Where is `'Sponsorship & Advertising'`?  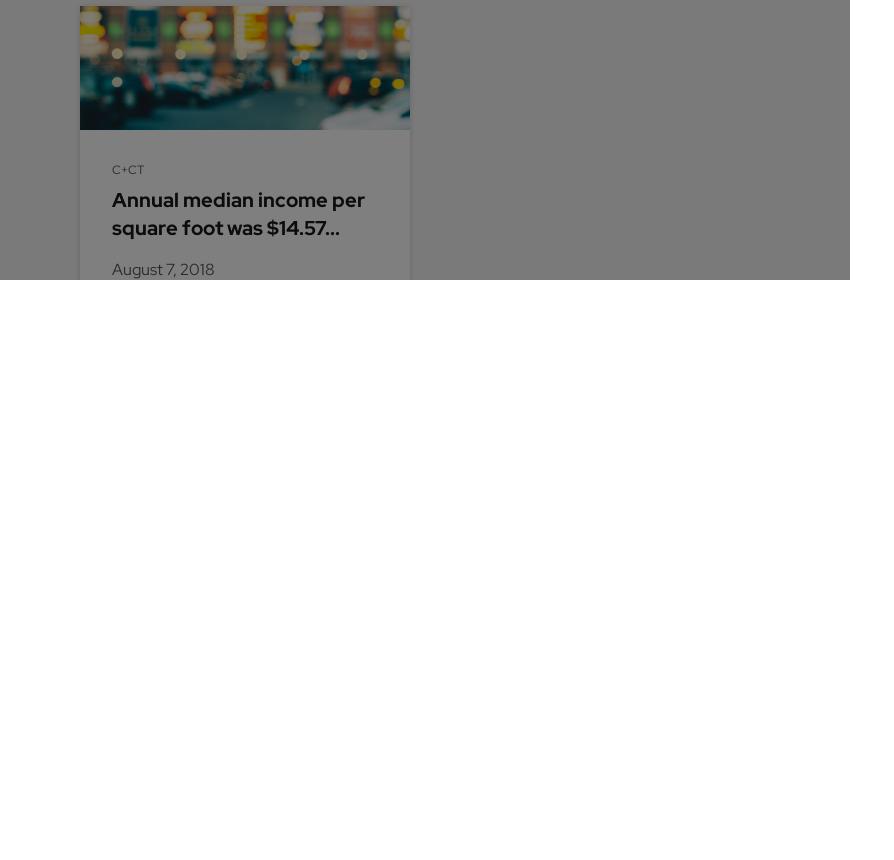 'Sponsorship & Advertising' is located at coordinates (408, 569).